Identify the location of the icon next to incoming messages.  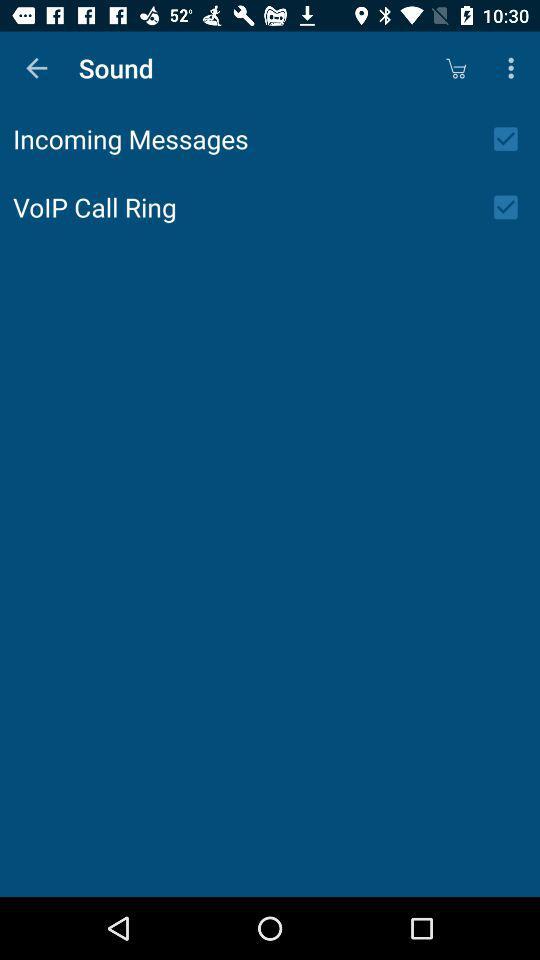
(512, 138).